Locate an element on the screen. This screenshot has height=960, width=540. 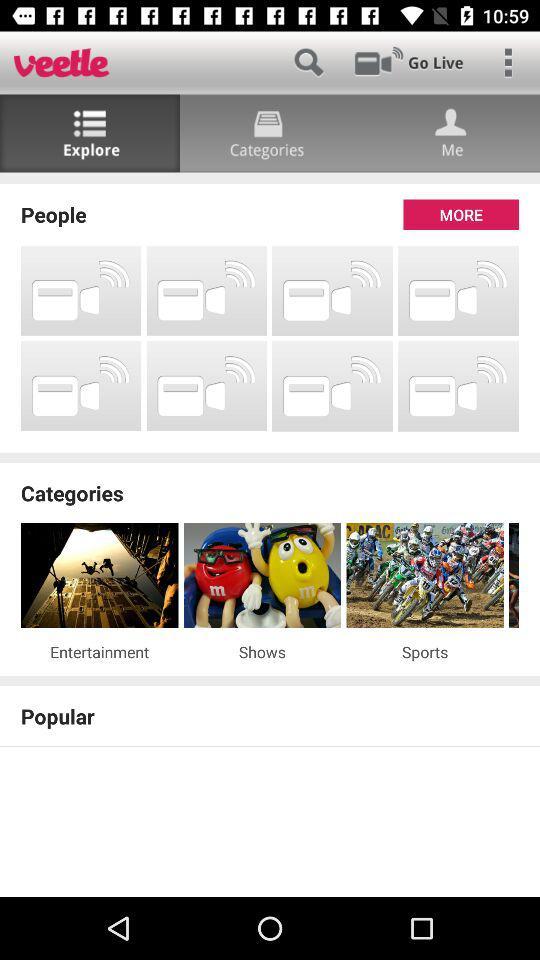
the item below the categories item is located at coordinates (424, 575).